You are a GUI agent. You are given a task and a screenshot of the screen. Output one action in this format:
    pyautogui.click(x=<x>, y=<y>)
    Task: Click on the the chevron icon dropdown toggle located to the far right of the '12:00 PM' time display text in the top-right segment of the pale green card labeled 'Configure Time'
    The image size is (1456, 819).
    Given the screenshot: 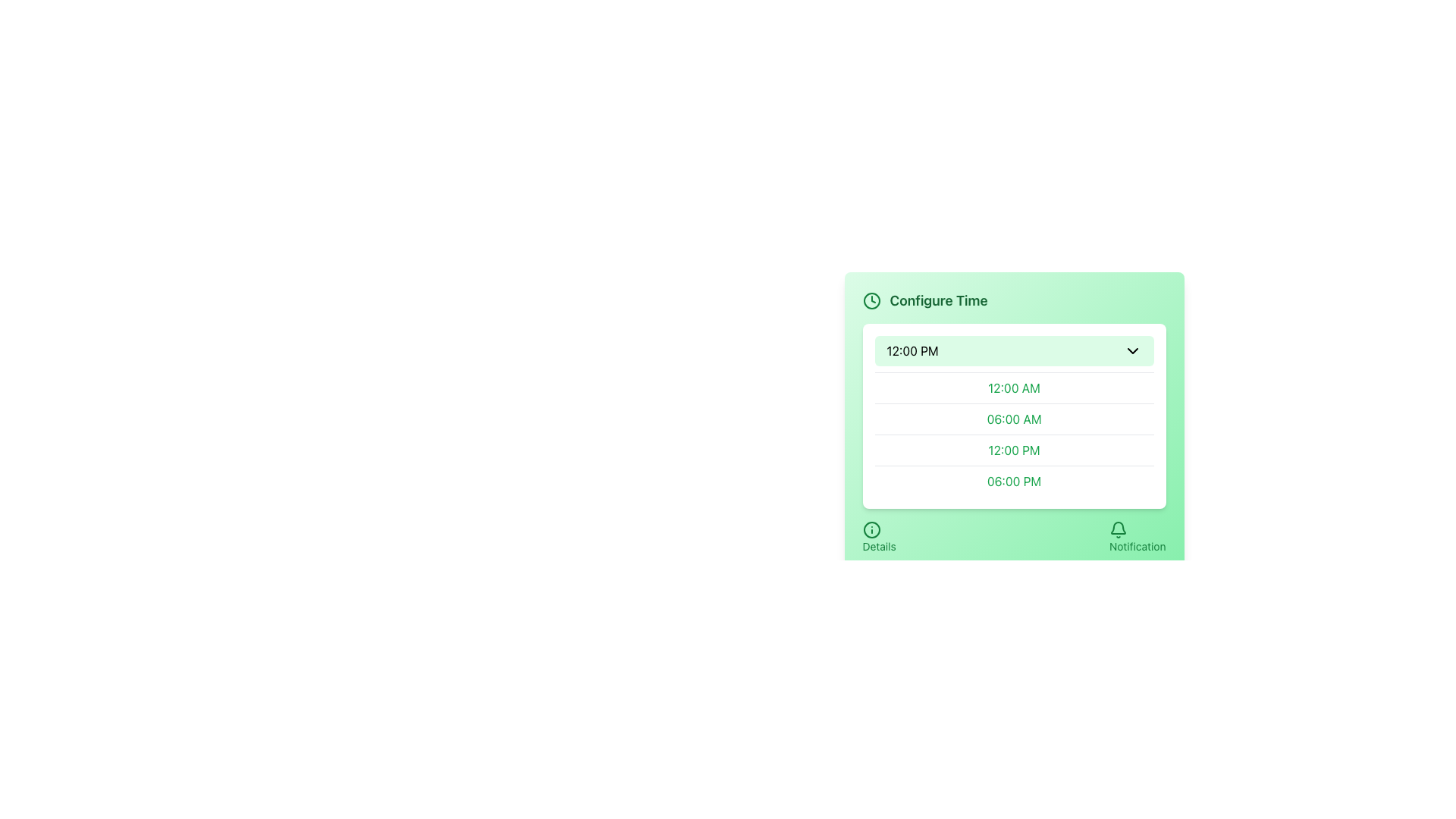 What is the action you would take?
    pyautogui.click(x=1132, y=350)
    